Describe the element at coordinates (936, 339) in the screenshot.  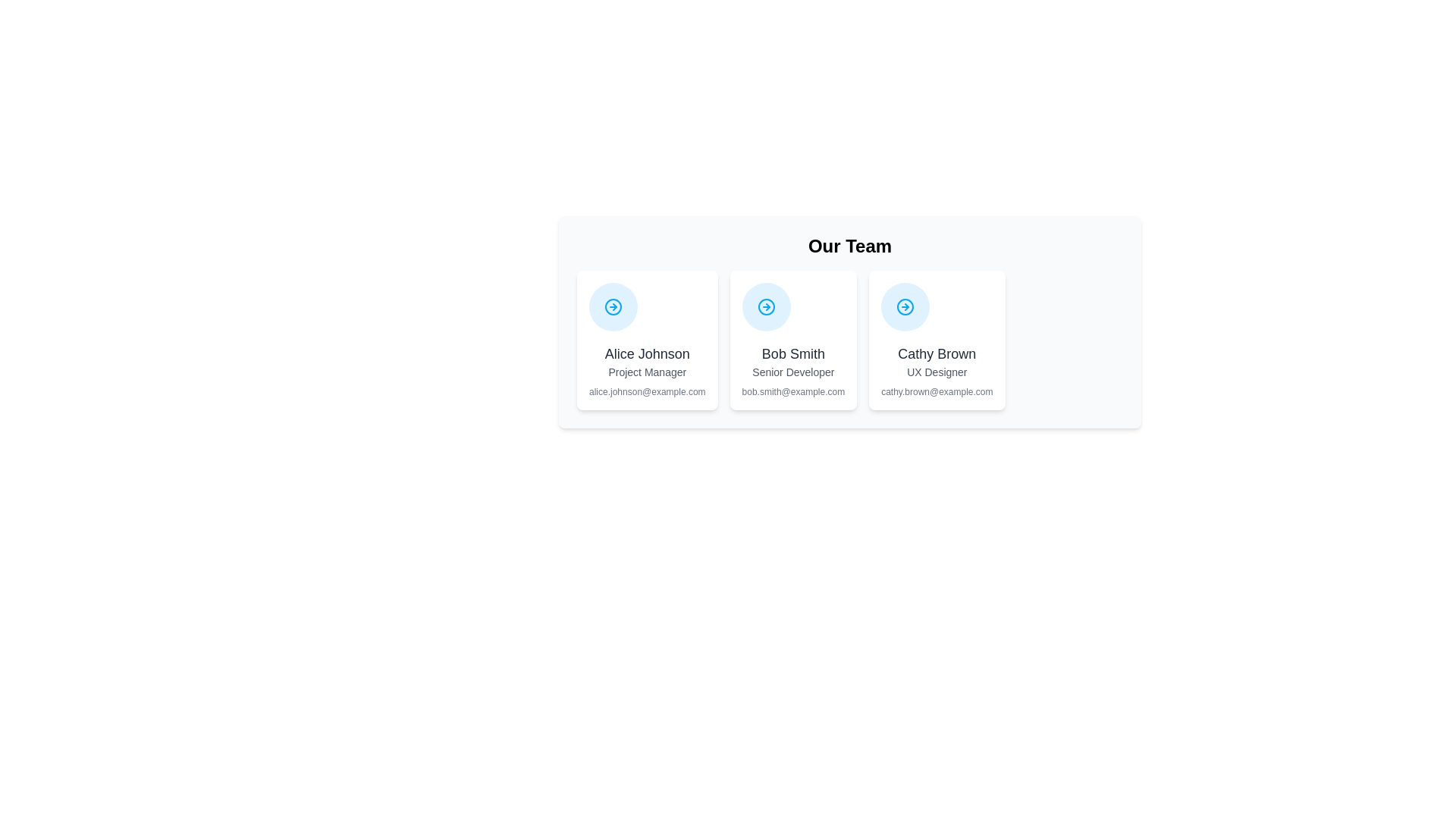
I see `the card displaying 'Cathy Brown', which is the third card in the 'Our Team' section` at that location.